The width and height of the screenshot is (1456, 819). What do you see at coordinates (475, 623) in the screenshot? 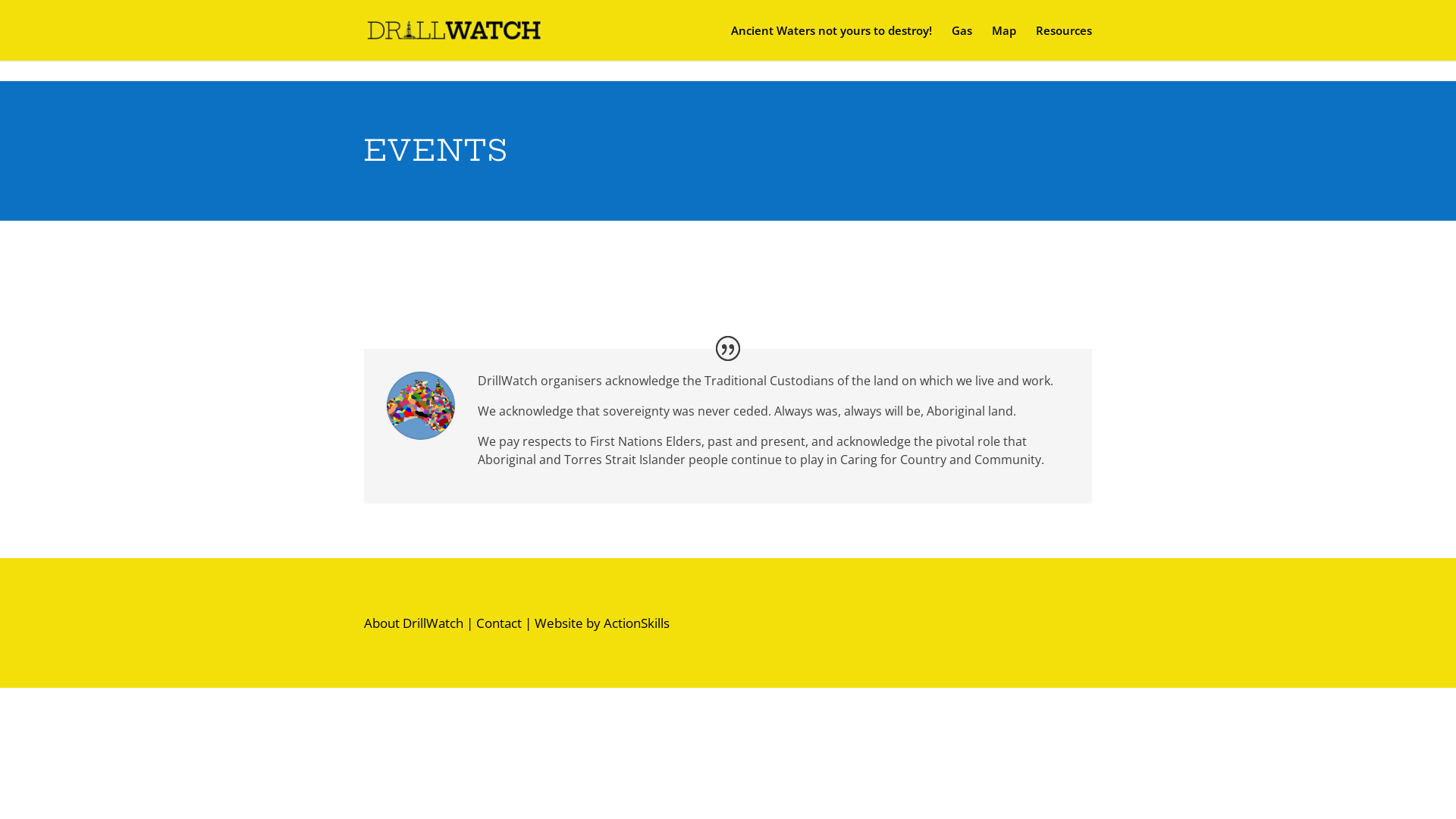
I see `'Contact'` at bounding box center [475, 623].